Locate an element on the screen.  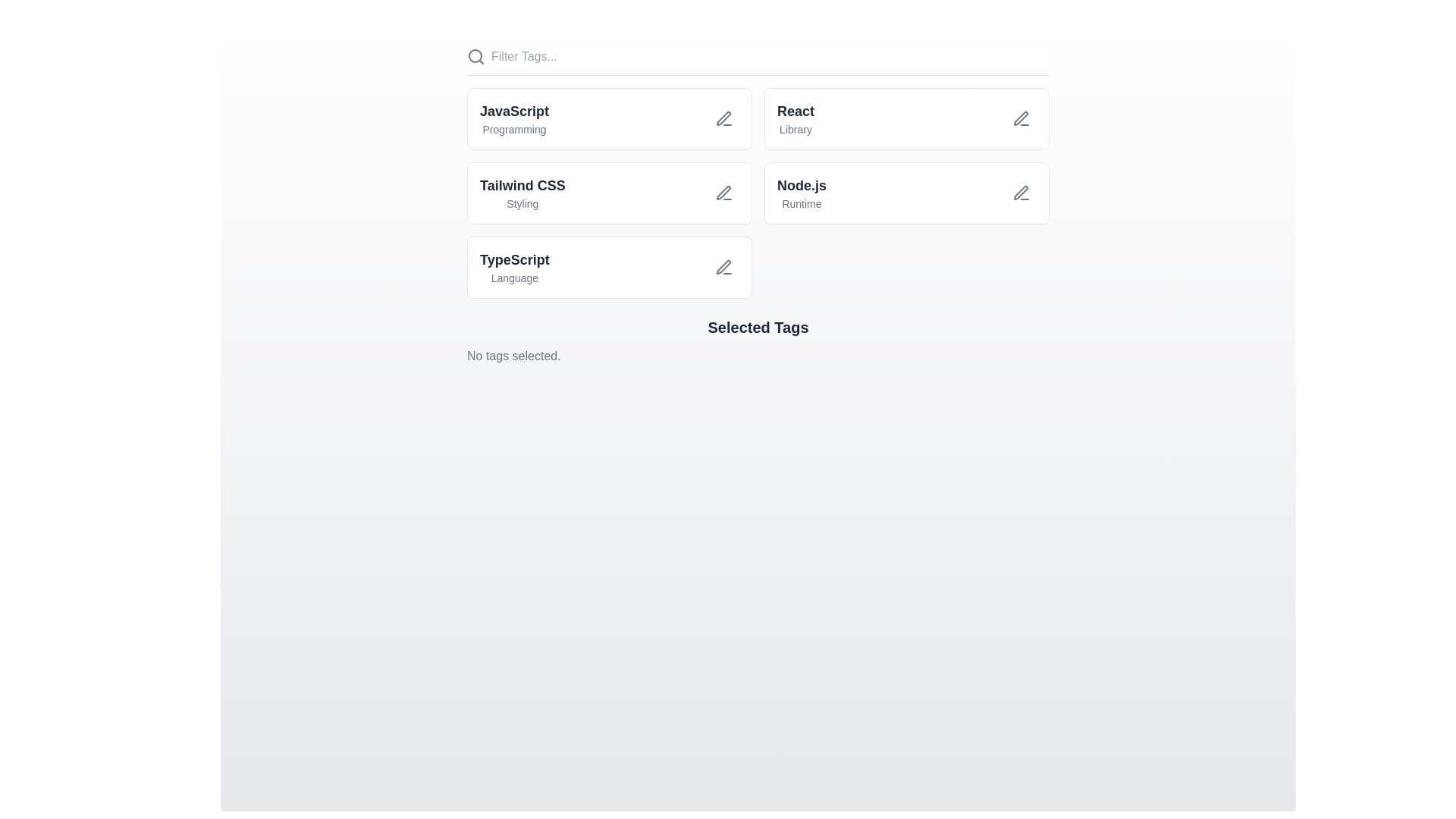
the non-interactive informational text label indicating that no tags have been selected yet, which is positioned below the 'Selected Tags' header is located at coordinates (513, 356).